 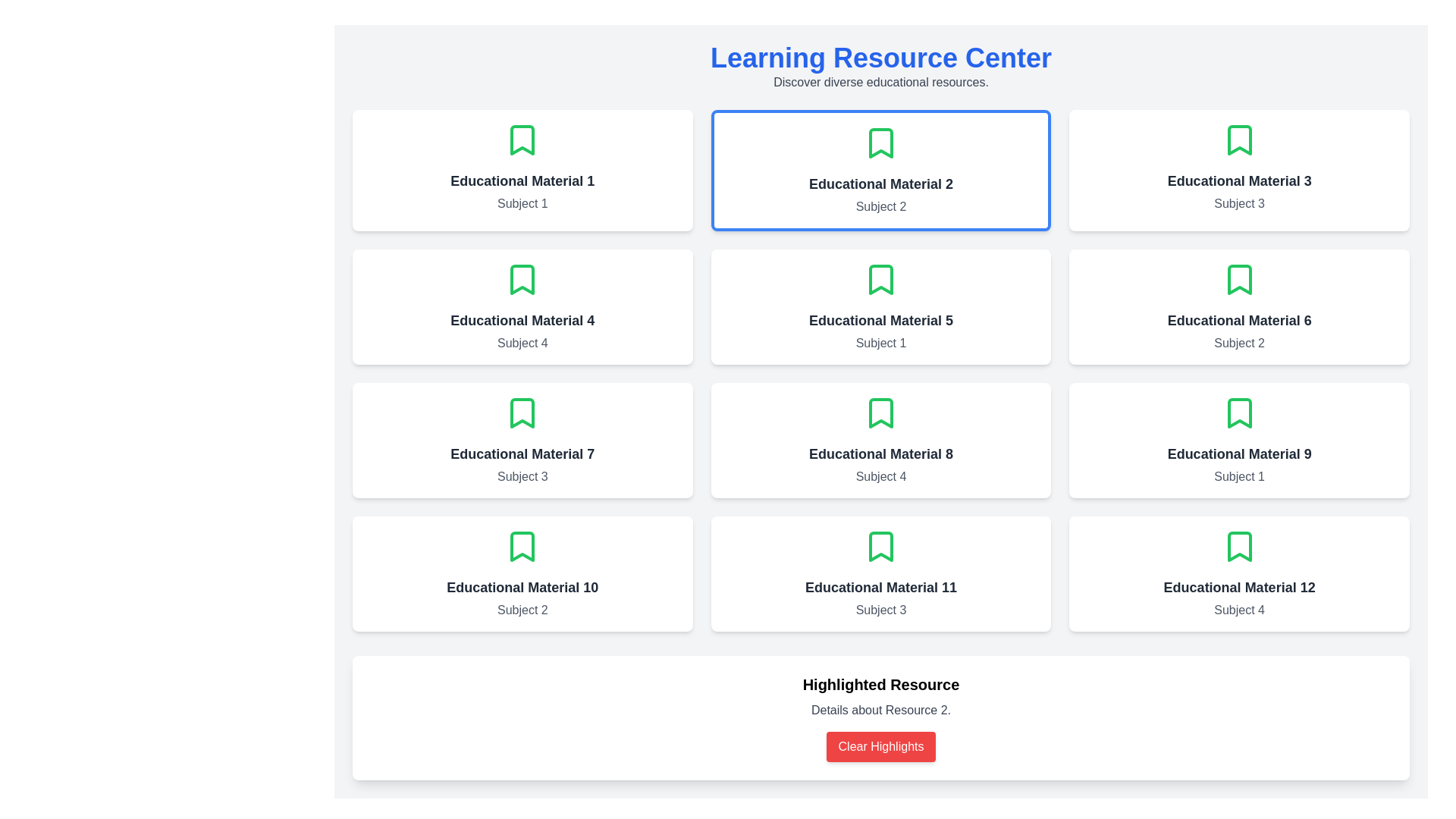 What do you see at coordinates (1239, 547) in the screenshot?
I see `the green bookmark-shaped icon at the top center of the card labeled 'Educational Material 12'` at bounding box center [1239, 547].